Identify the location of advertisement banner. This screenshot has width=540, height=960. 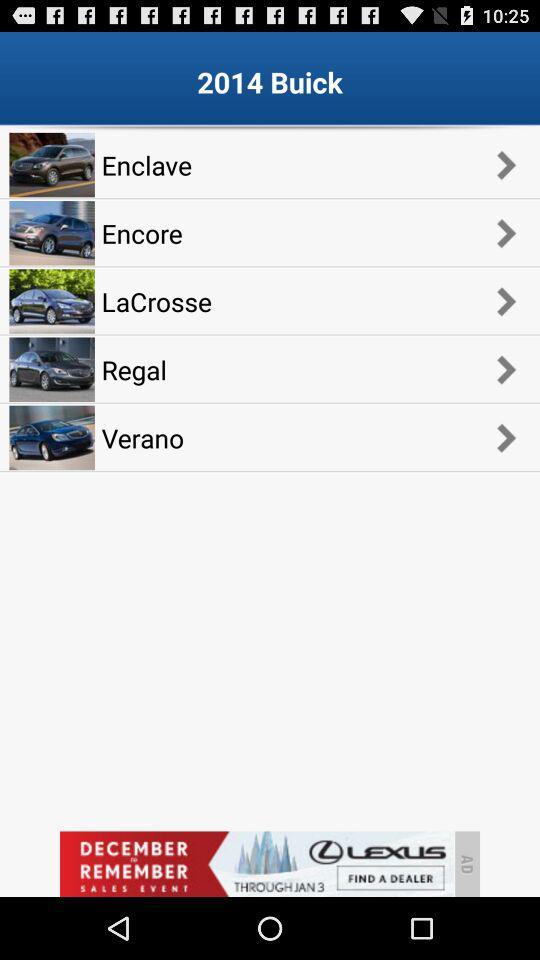
(256, 863).